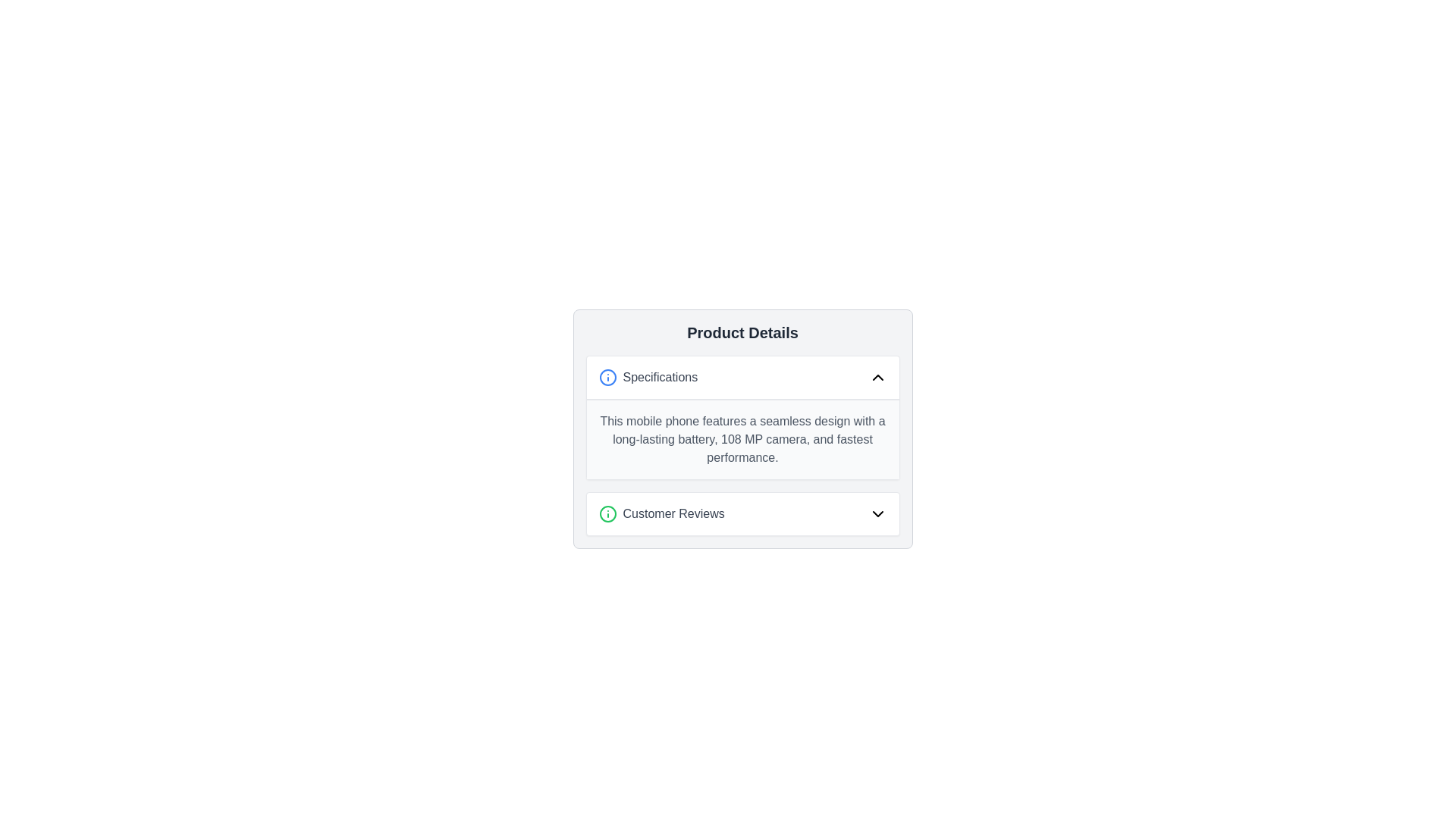 Image resolution: width=1456 pixels, height=819 pixels. I want to click on the label titled 'Specifications' which is centered in the card with the header 'Product Details'. This label precedes the section for 'Customer Reviews', so click(648, 376).